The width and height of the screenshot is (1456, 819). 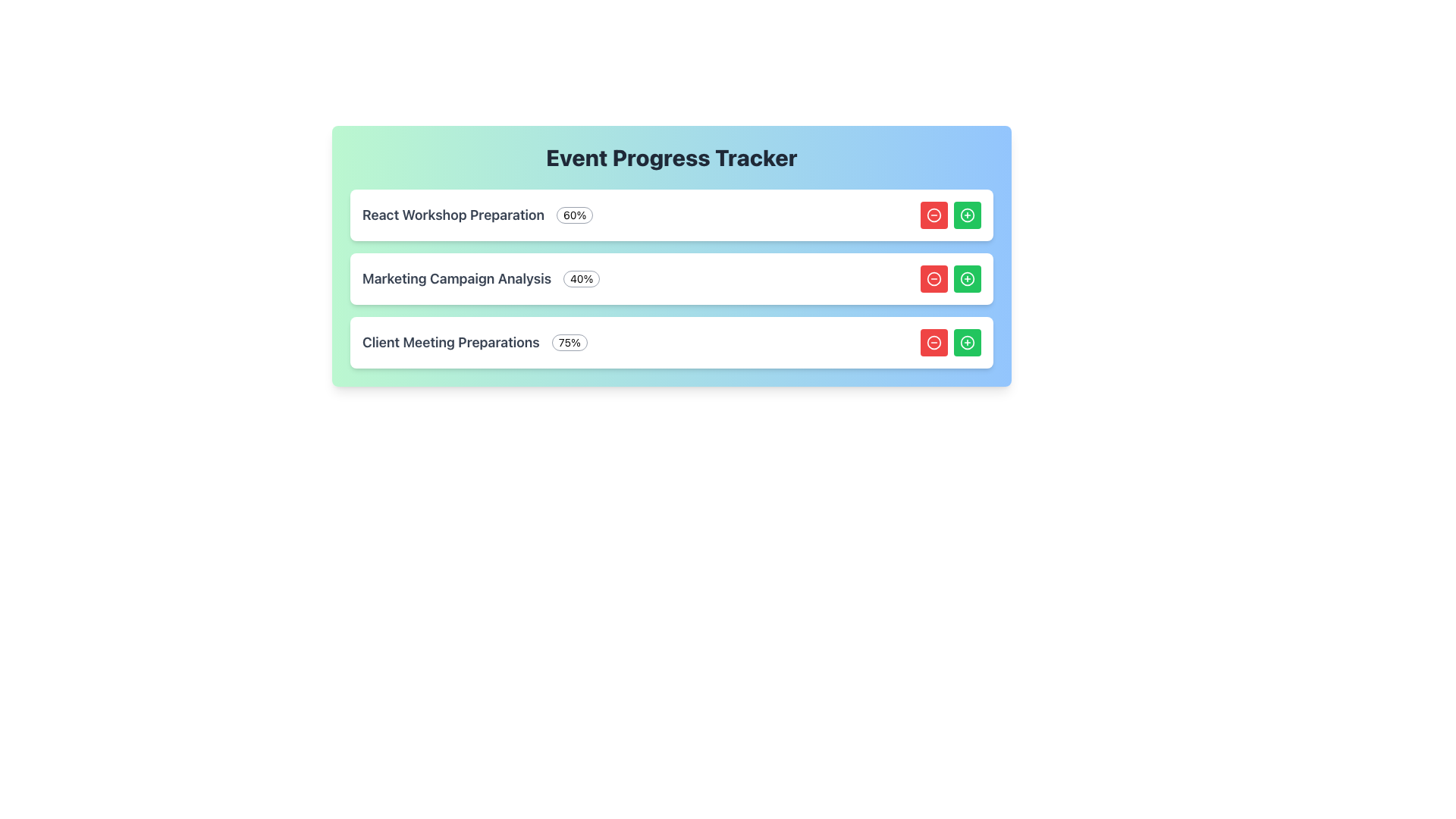 What do you see at coordinates (967, 278) in the screenshot?
I see `the Circle Plus Icon Button, which is a circular icon with a green background and a white '+' sign, located on the far right side of the second row in the green button group` at bounding box center [967, 278].